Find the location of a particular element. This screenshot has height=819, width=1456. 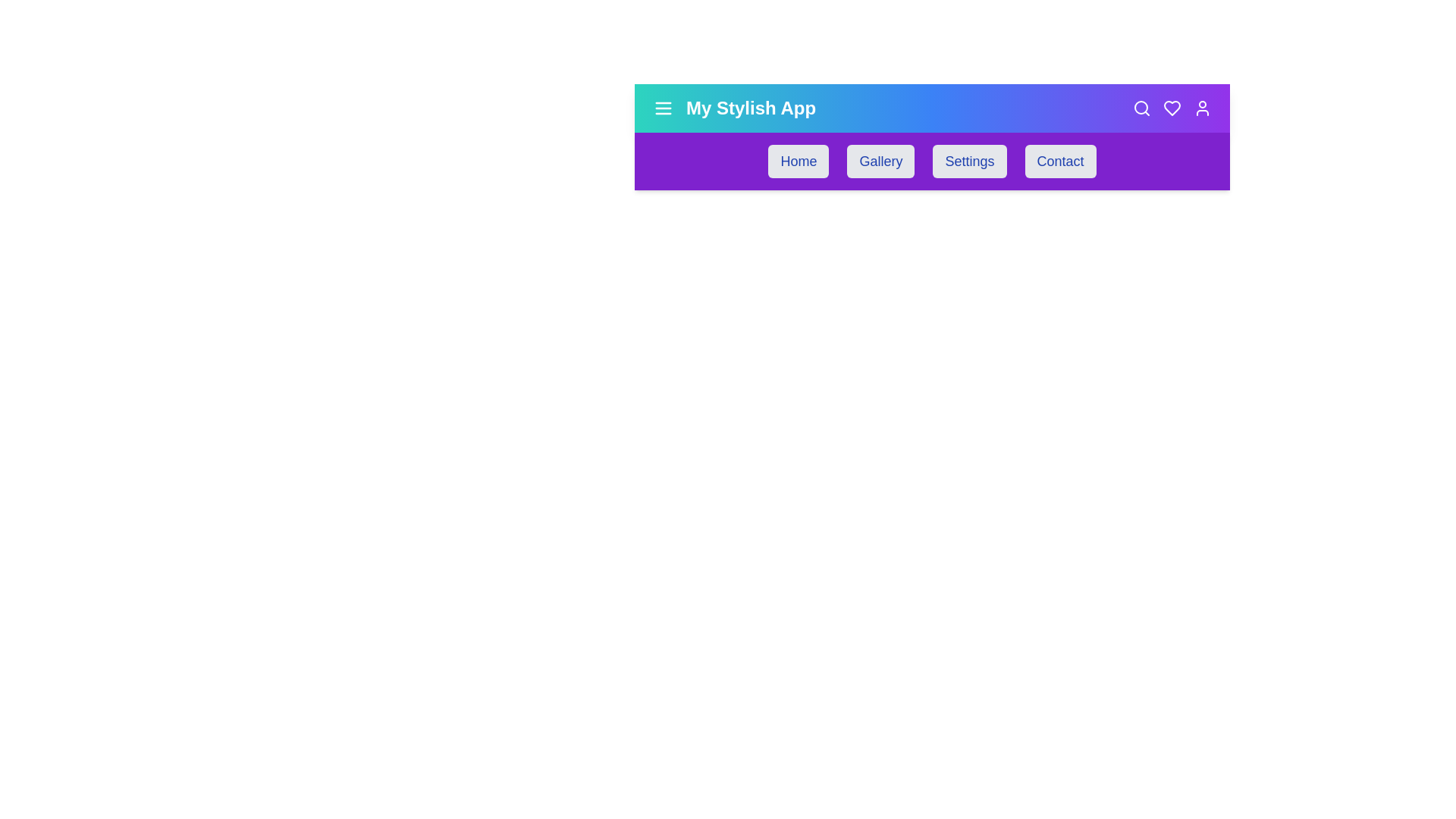

the navigation link Contact from the menu is located at coordinates (1059, 161).